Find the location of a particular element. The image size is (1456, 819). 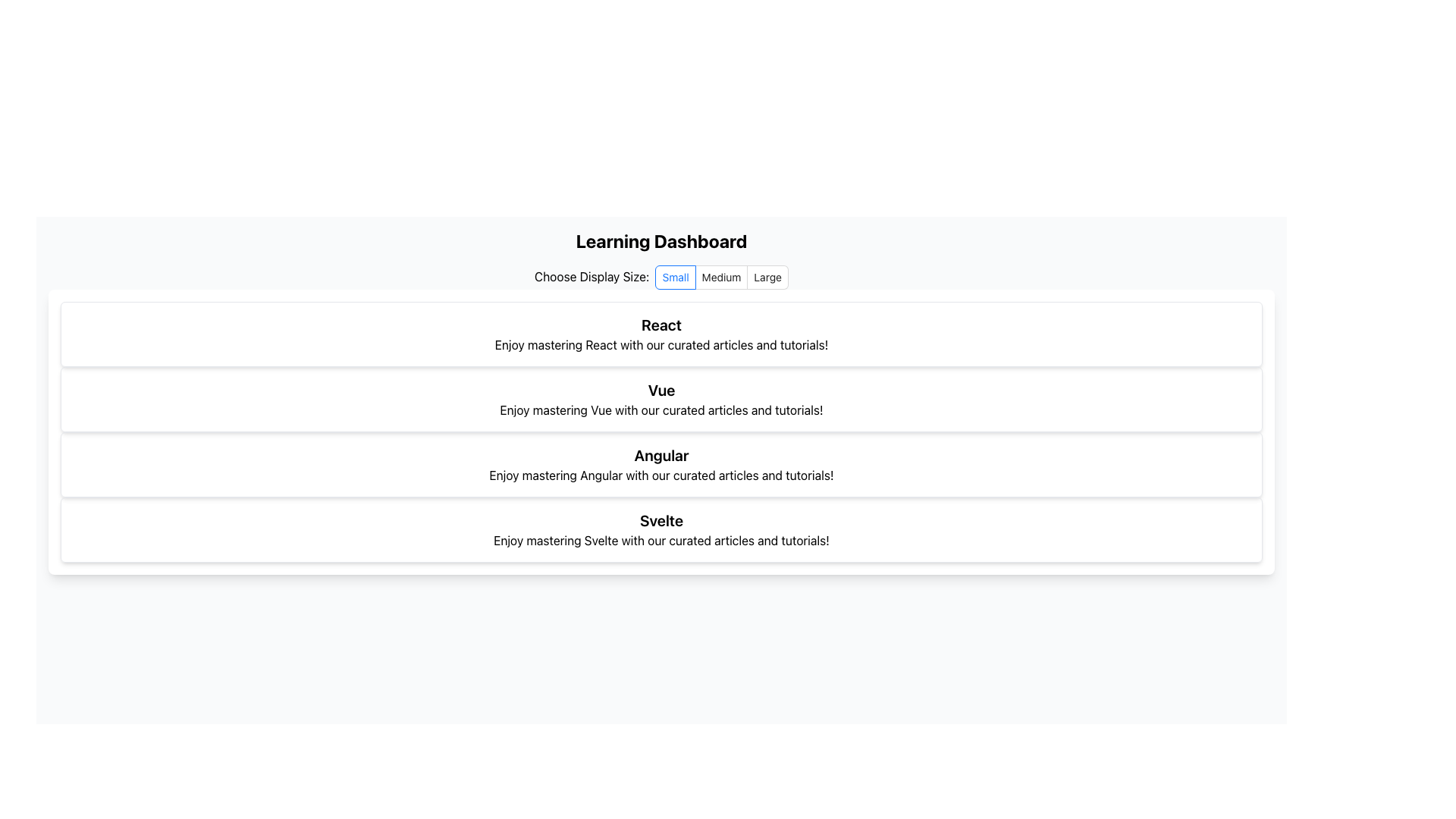

the informational card about 'Svelte', which is the fourth card in a vertically stacked layout of similar elements for topics like 'React', 'Vue', and 'Angular' is located at coordinates (661, 529).